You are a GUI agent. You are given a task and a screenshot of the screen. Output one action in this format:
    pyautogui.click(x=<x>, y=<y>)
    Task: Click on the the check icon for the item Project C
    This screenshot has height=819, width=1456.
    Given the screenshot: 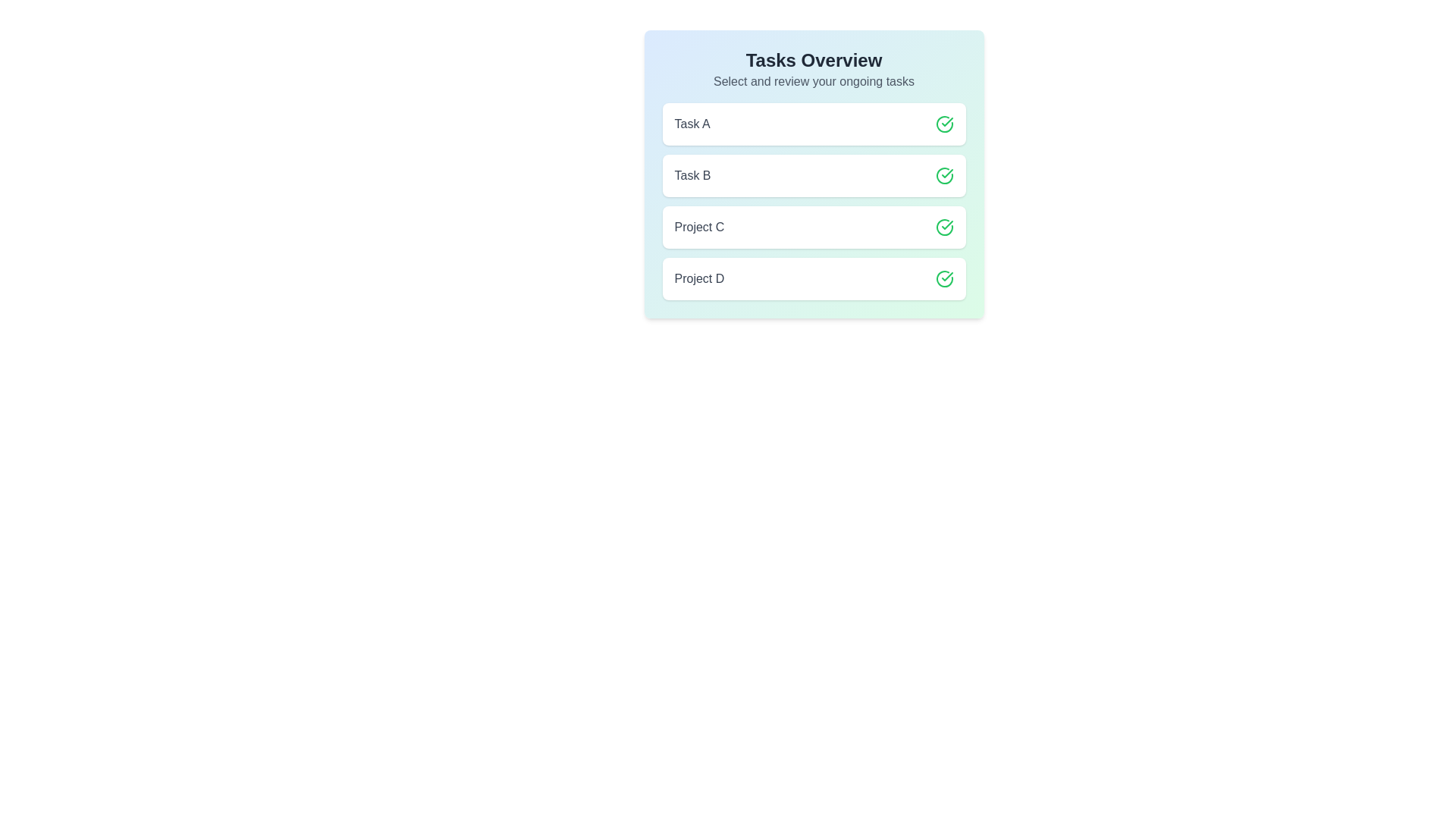 What is the action you would take?
    pyautogui.click(x=943, y=227)
    